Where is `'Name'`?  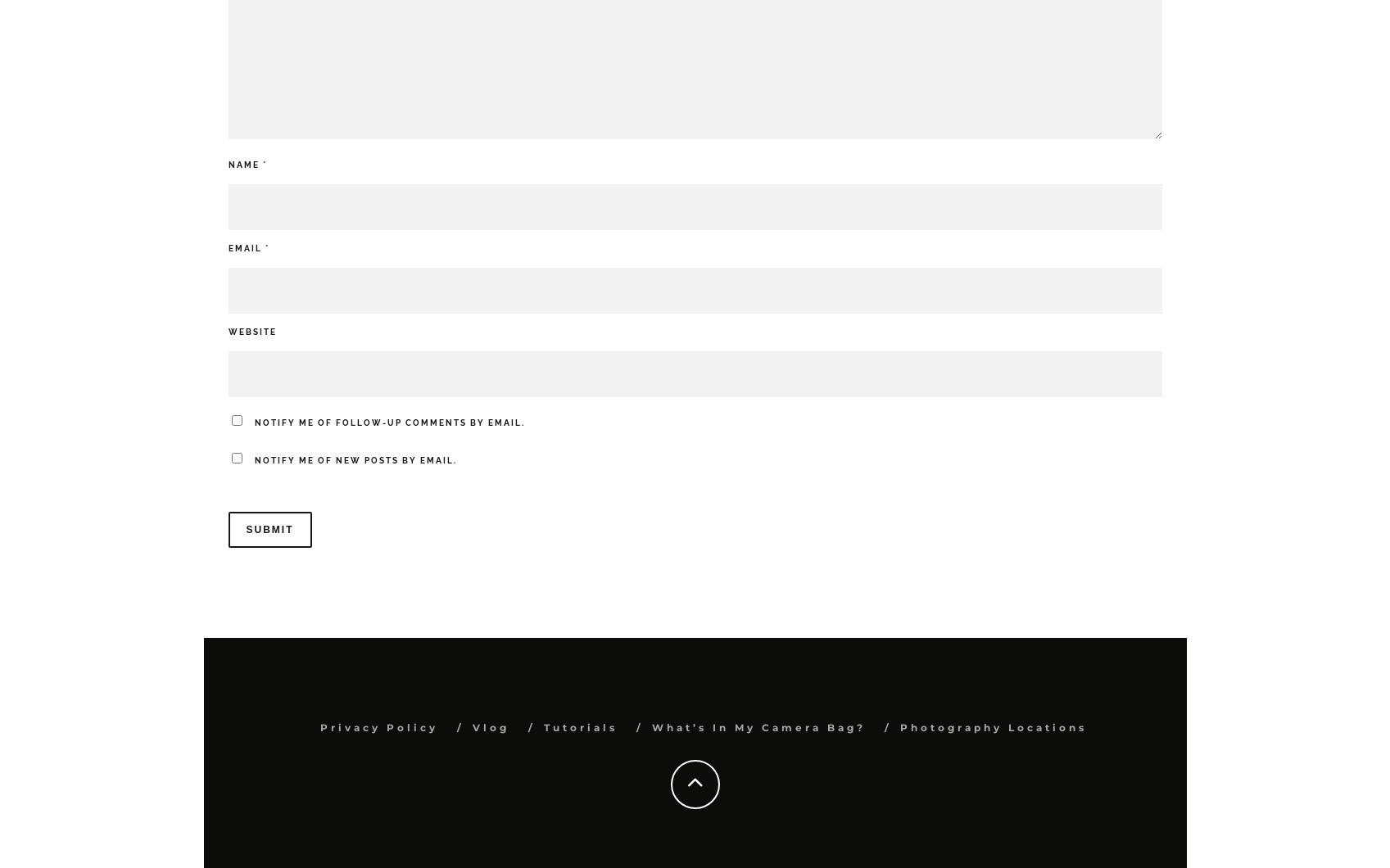
'Name' is located at coordinates (226, 163).